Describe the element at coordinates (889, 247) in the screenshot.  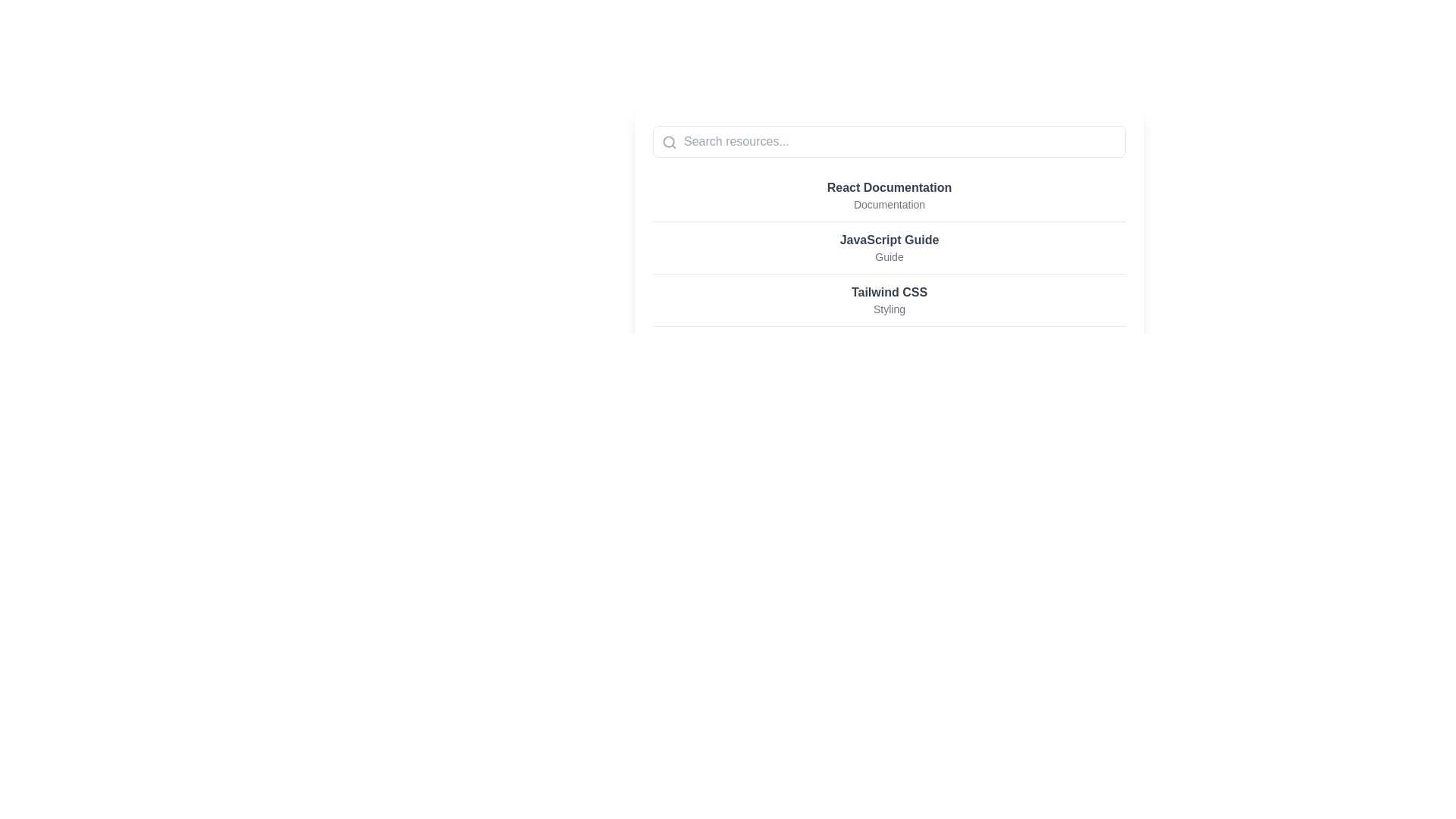
I see `the second item in the vertical list which serves as a clickable link` at that location.